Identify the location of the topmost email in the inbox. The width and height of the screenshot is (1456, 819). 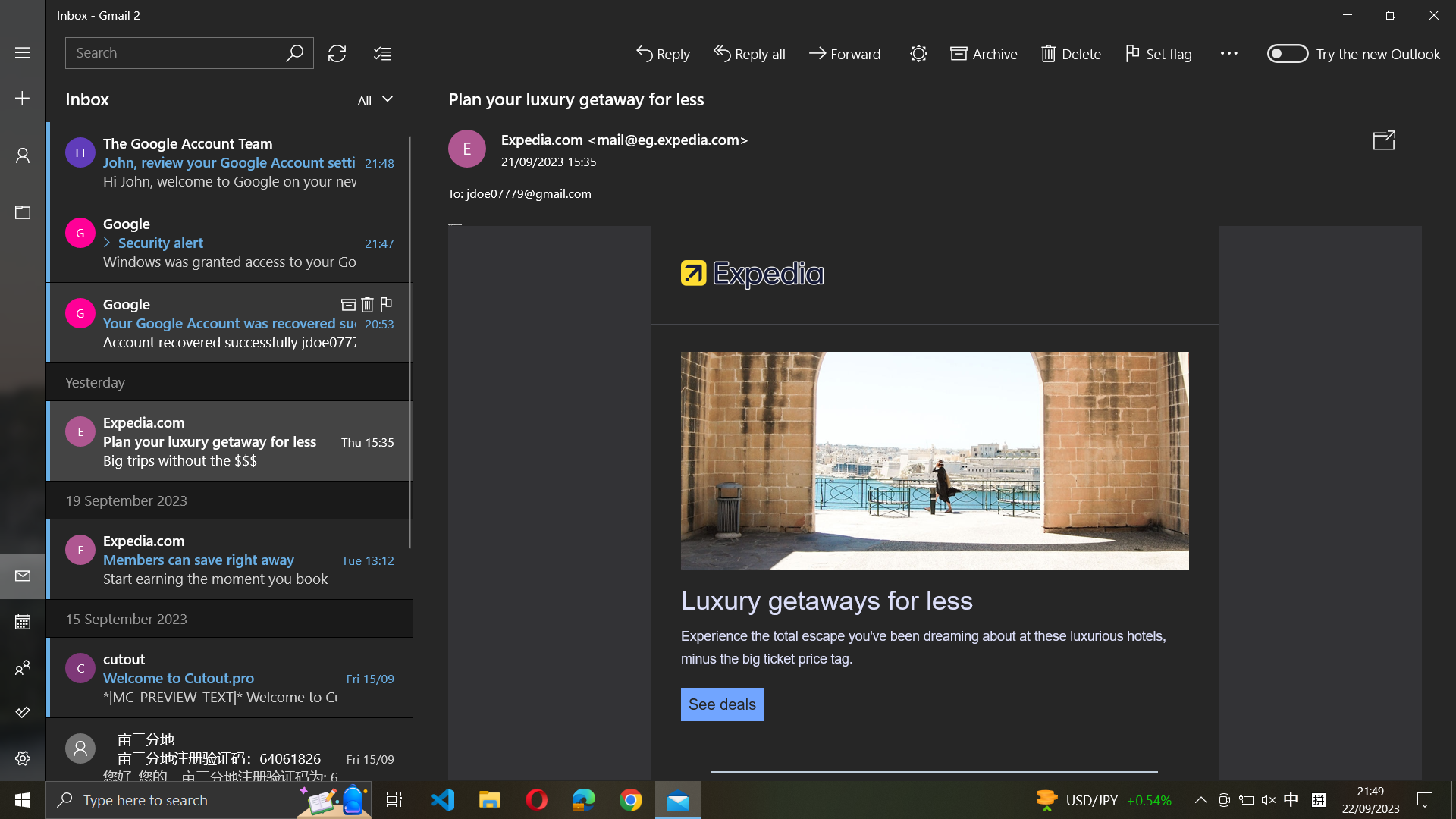
(229, 161).